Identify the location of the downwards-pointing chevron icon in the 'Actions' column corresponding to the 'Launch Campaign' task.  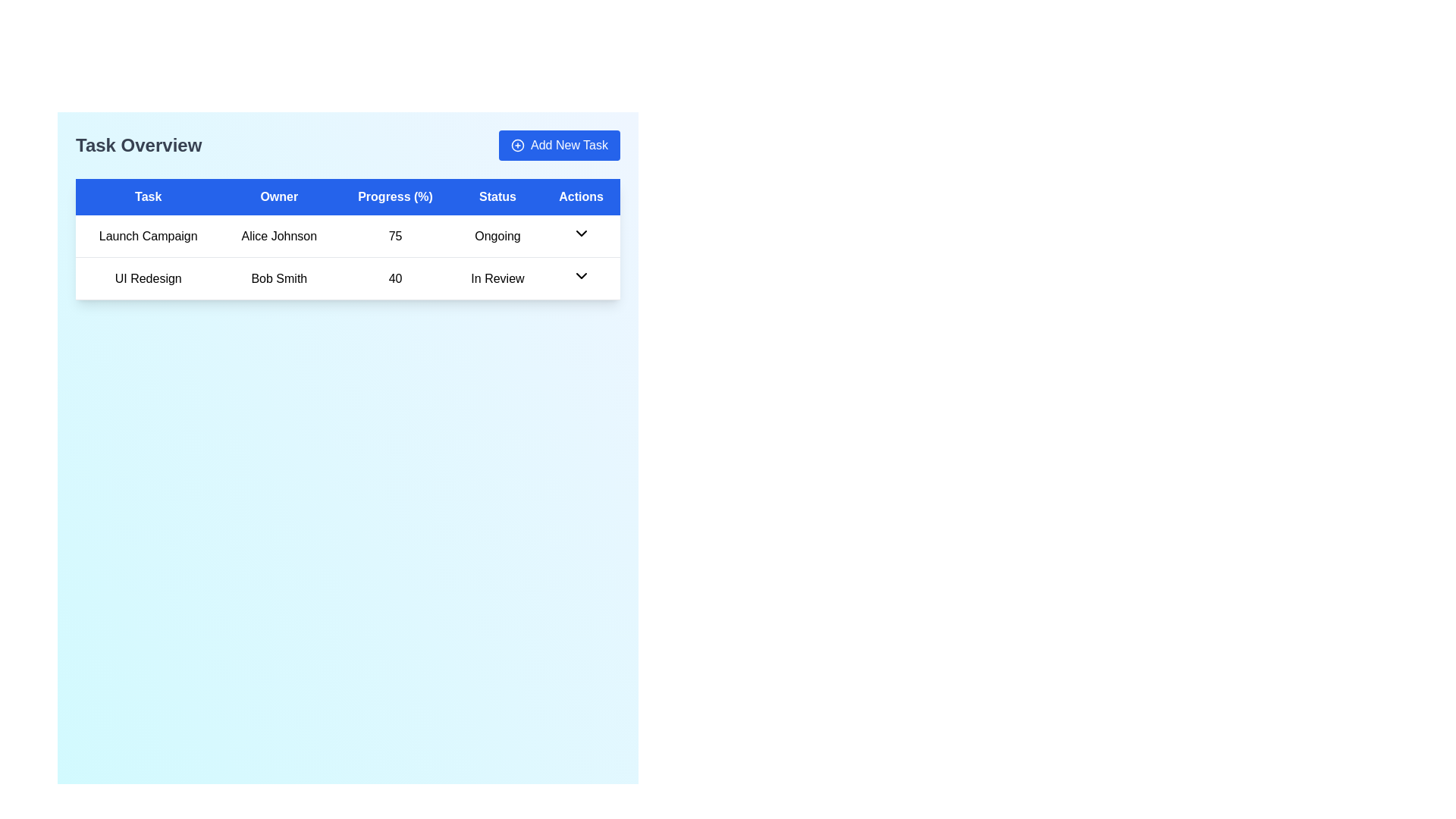
(580, 234).